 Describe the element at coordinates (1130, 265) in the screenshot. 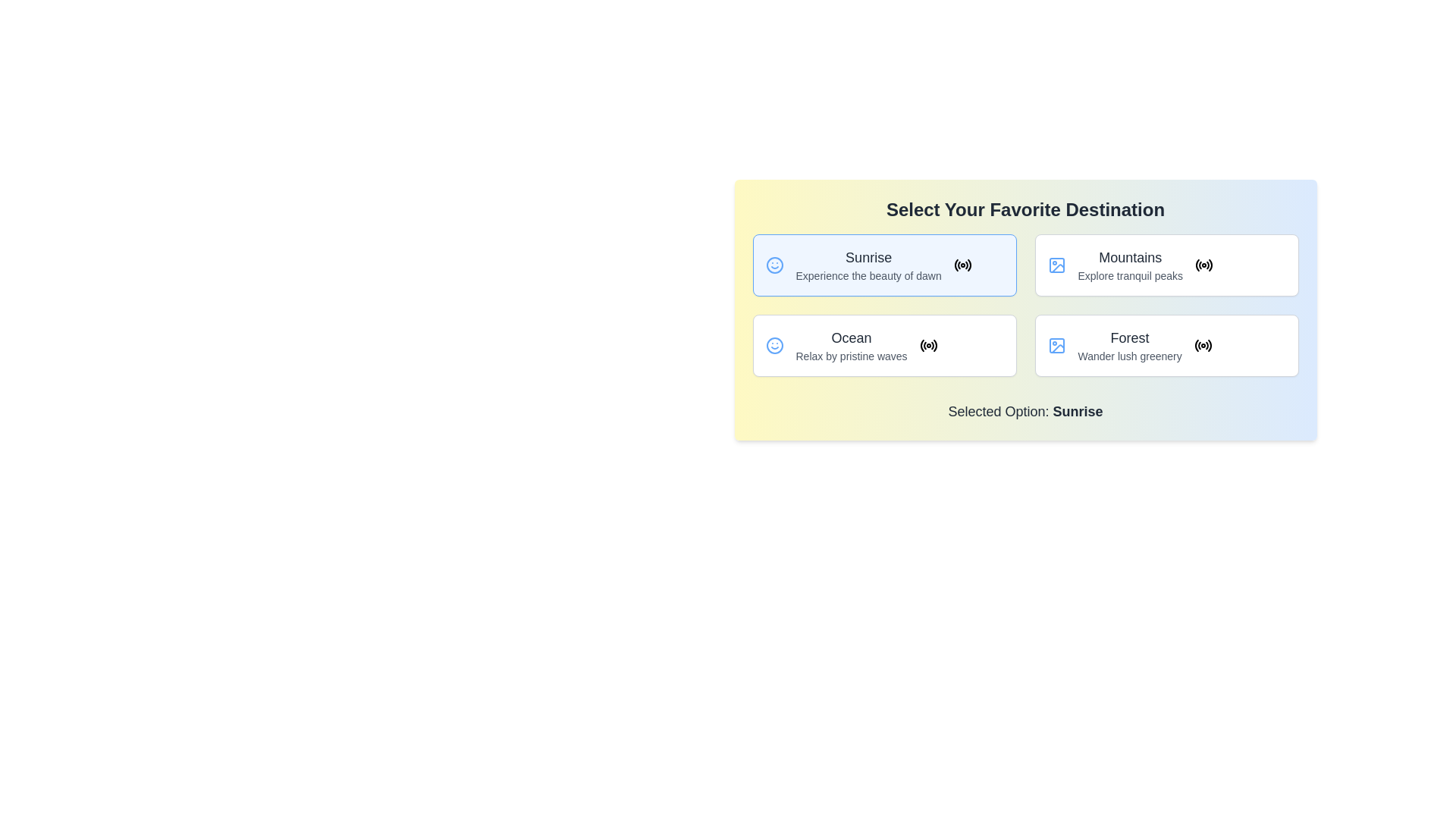

I see `the 'Mountains' text label within the selectable option card located in the middle-right section of the interface` at that location.